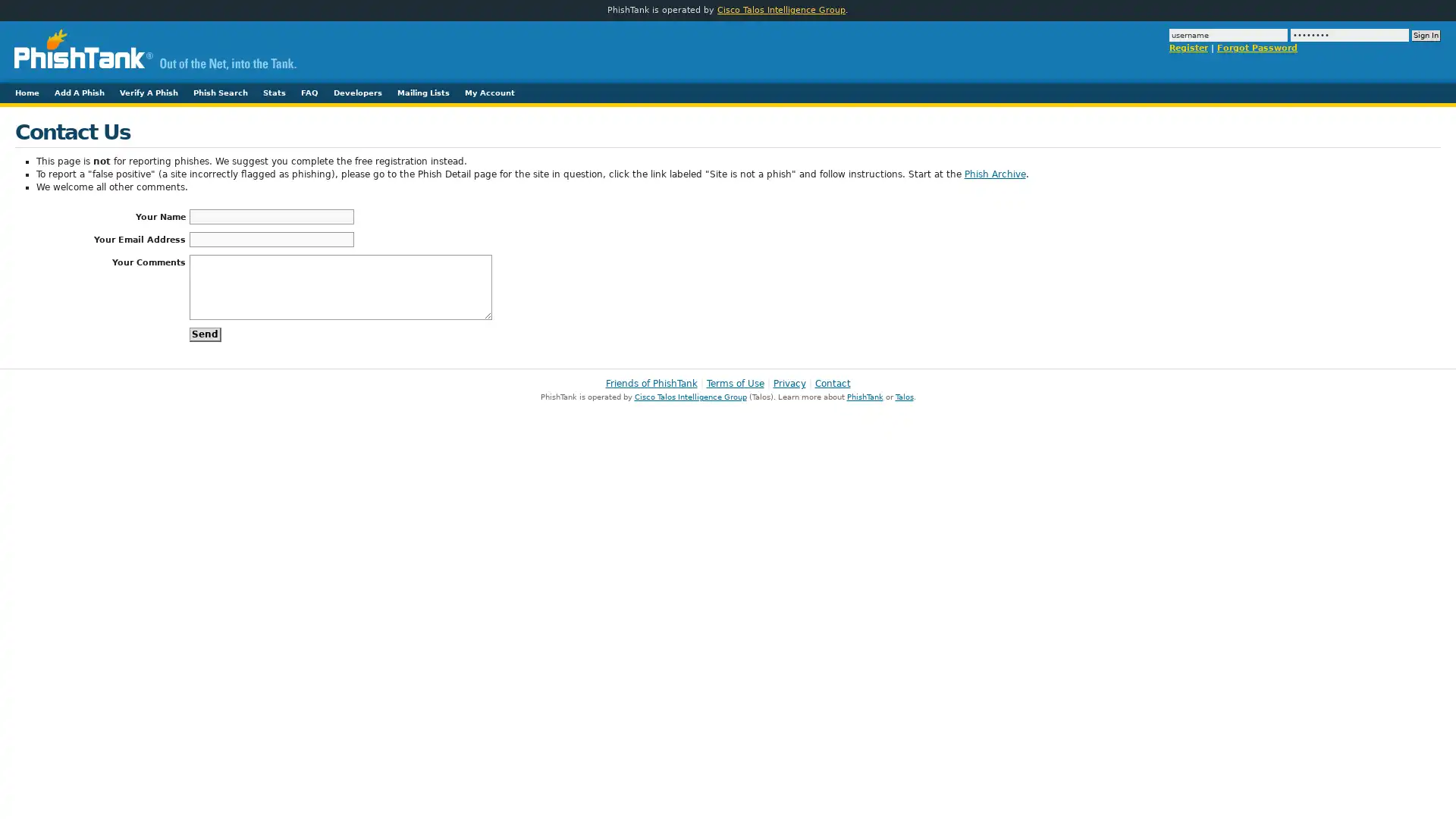 The width and height of the screenshot is (1456, 819). Describe the element at coordinates (1426, 35) in the screenshot. I see `Sign In` at that location.